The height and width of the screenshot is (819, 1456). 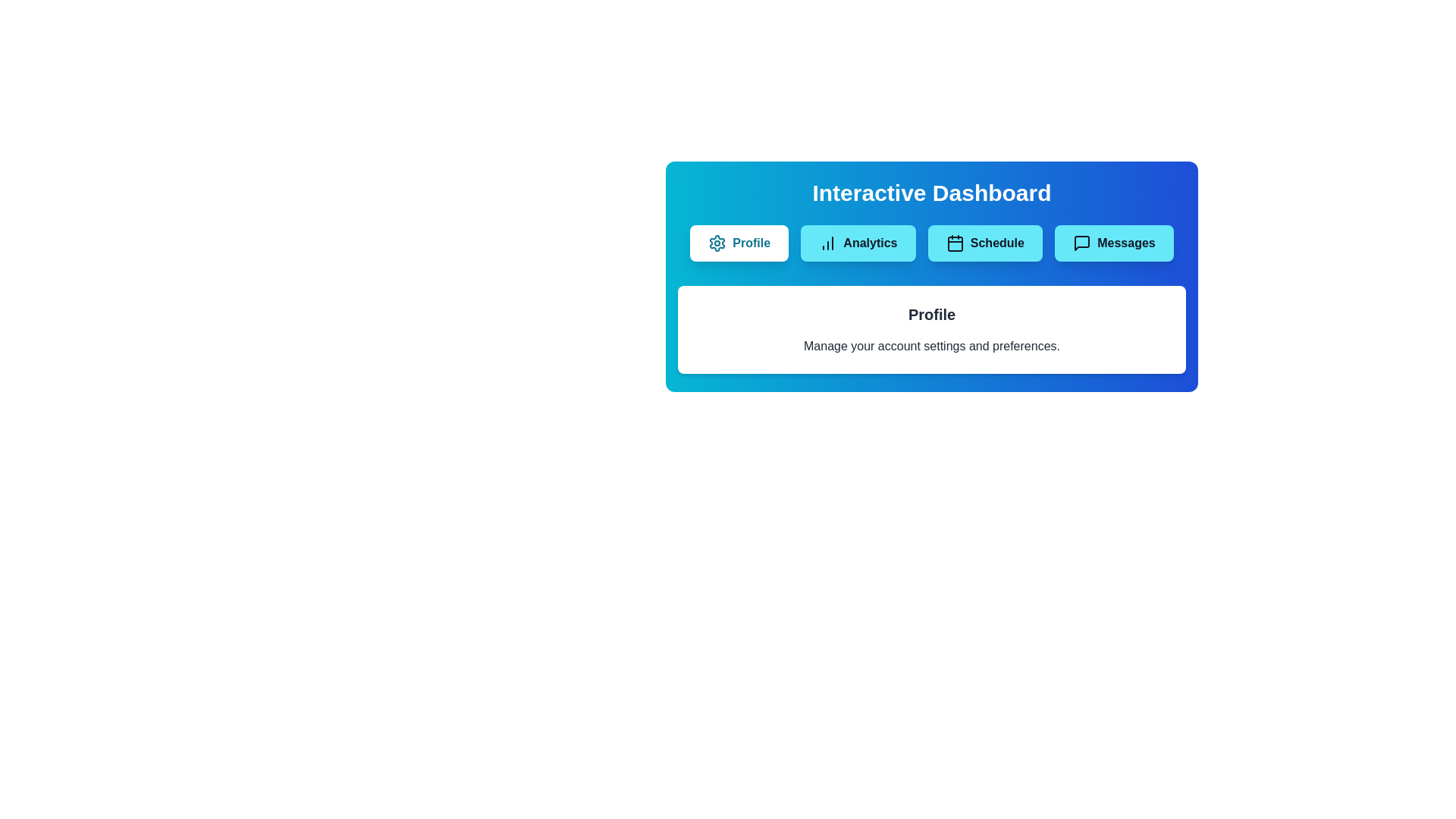 What do you see at coordinates (858, 242) in the screenshot?
I see `the tab labeled Analytics to view its content` at bounding box center [858, 242].